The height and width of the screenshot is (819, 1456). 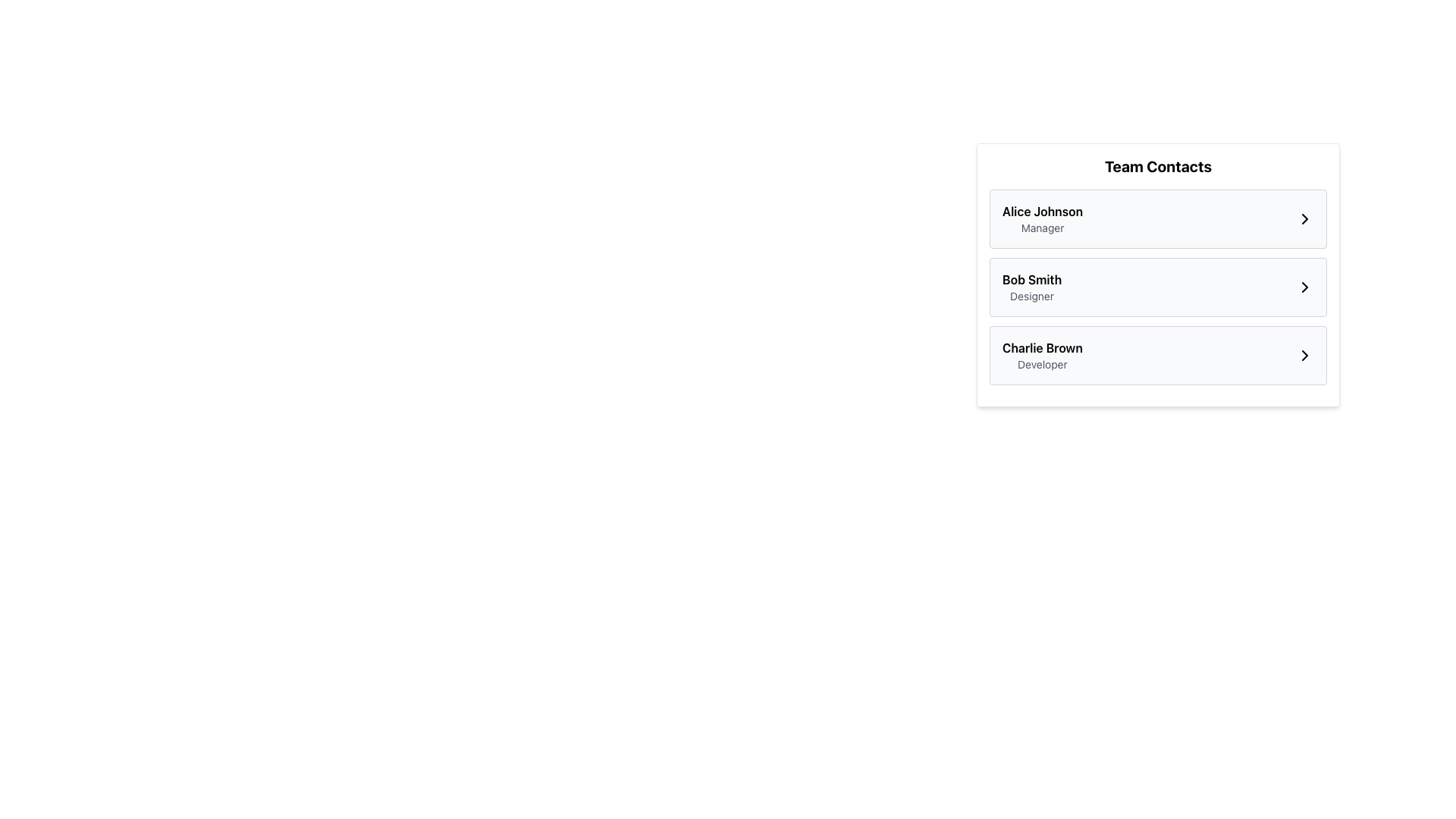 I want to click on the second contact entry in the 'Team Contacts' section, so click(x=1157, y=287).